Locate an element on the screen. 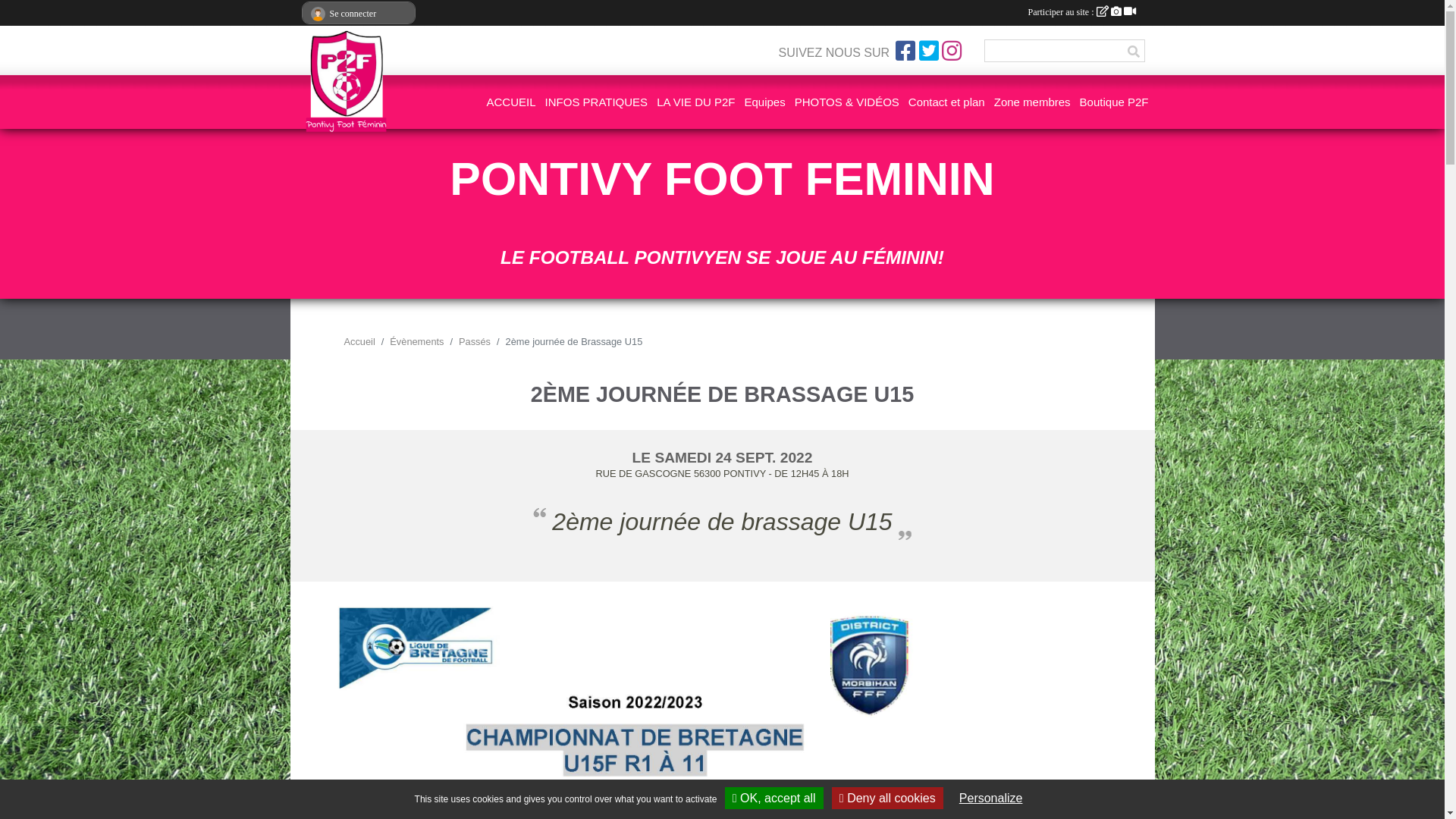 This screenshot has height=819, width=1456. 'Compte Instagram de l'association' is located at coordinates (950, 49).